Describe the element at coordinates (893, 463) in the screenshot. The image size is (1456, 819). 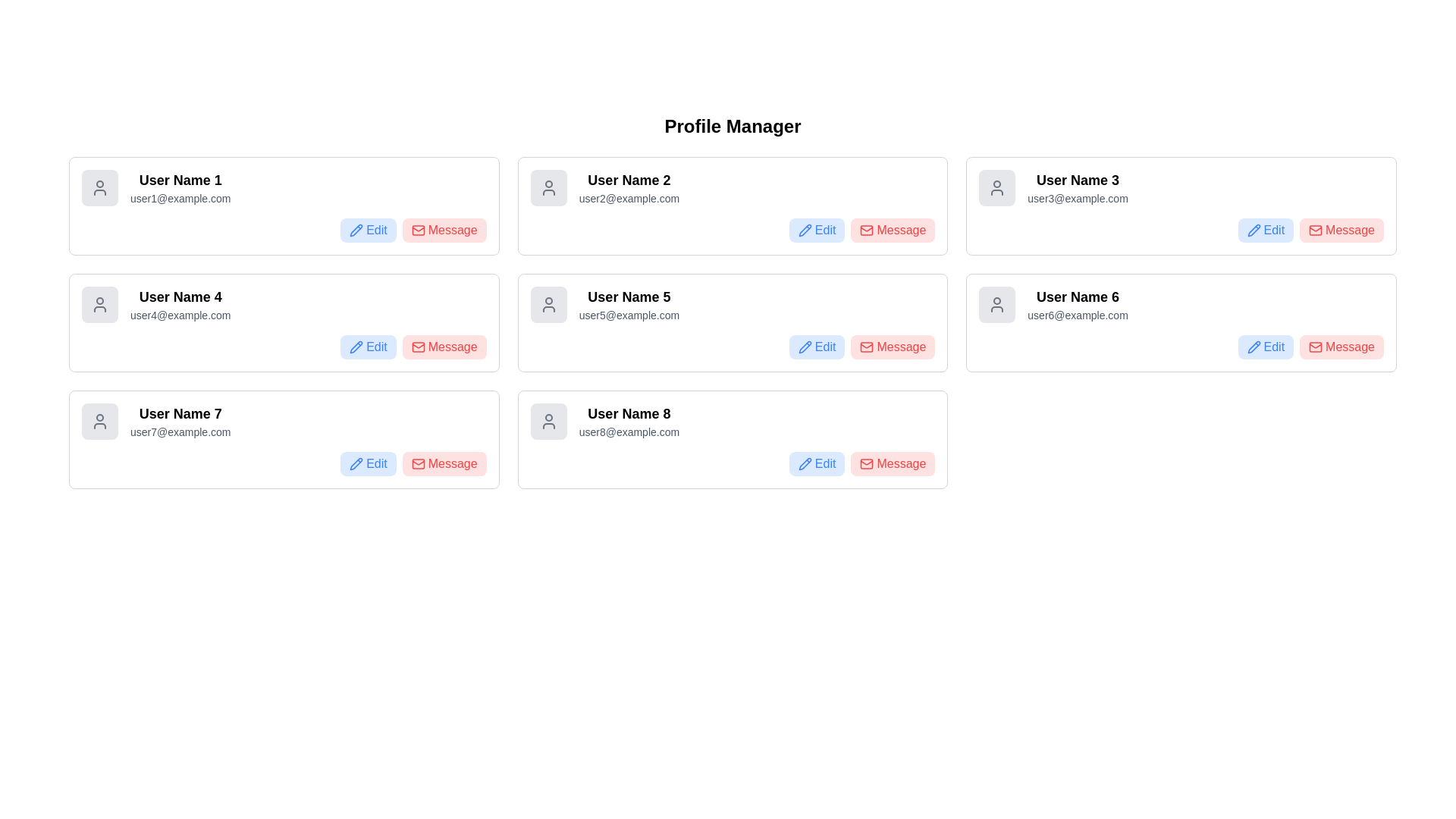
I see `the message sending button located in the lower-right corner of the panel for 'User Name 8'` at that location.